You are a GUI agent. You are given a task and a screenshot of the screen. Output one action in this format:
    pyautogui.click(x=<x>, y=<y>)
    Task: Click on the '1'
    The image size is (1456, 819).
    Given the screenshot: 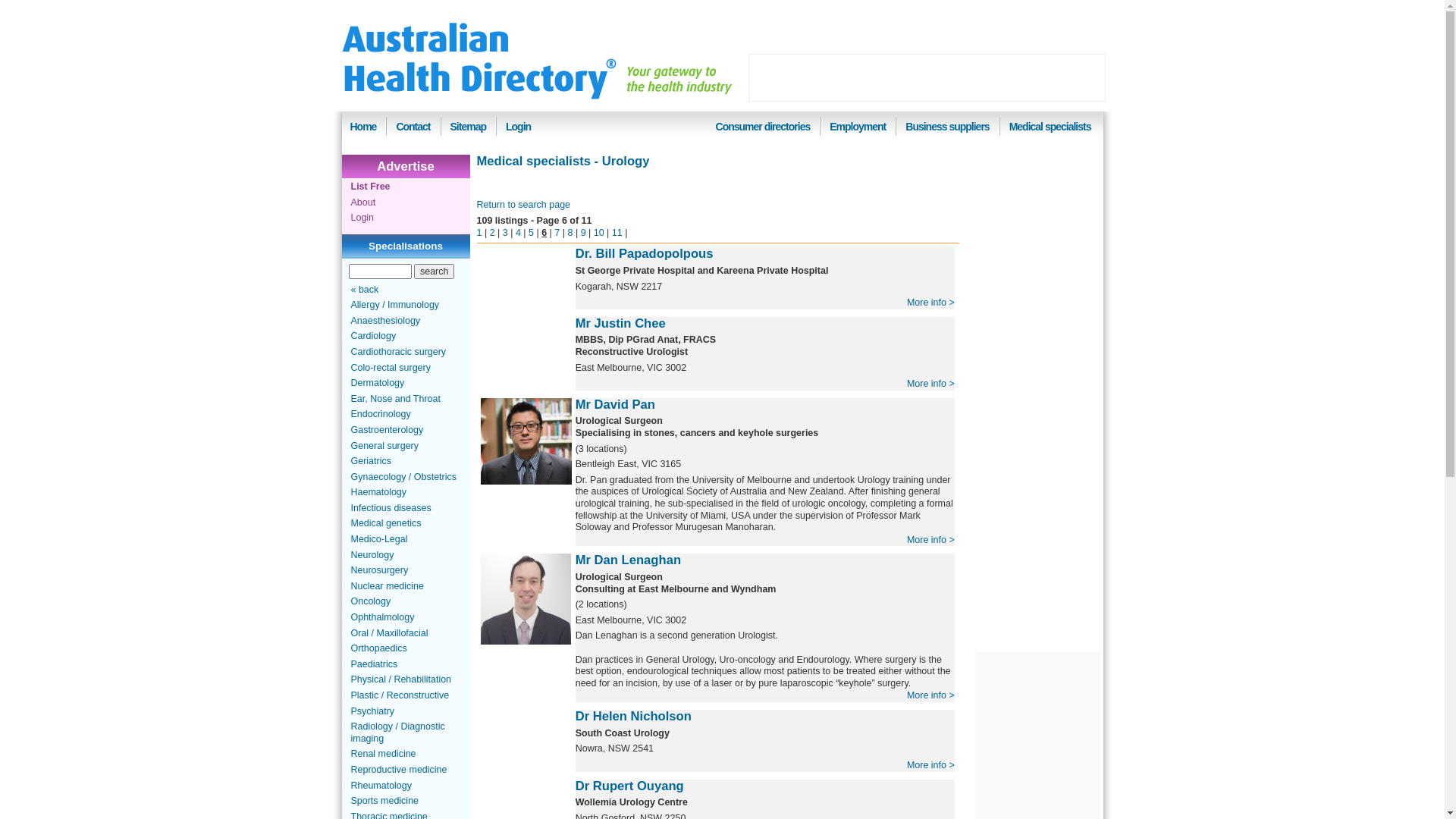 What is the action you would take?
    pyautogui.click(x=478, y=233)
    